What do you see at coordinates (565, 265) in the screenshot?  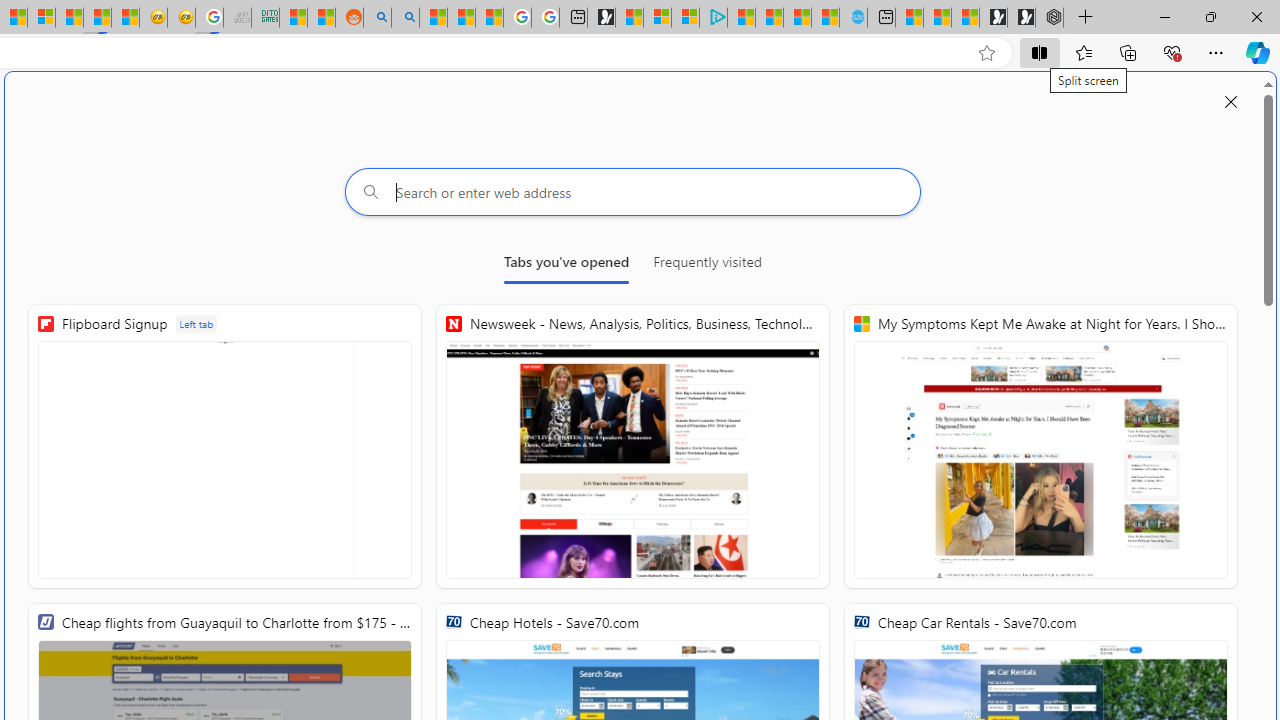 I see `'Tabs you'` at bounding box center [565, 265].